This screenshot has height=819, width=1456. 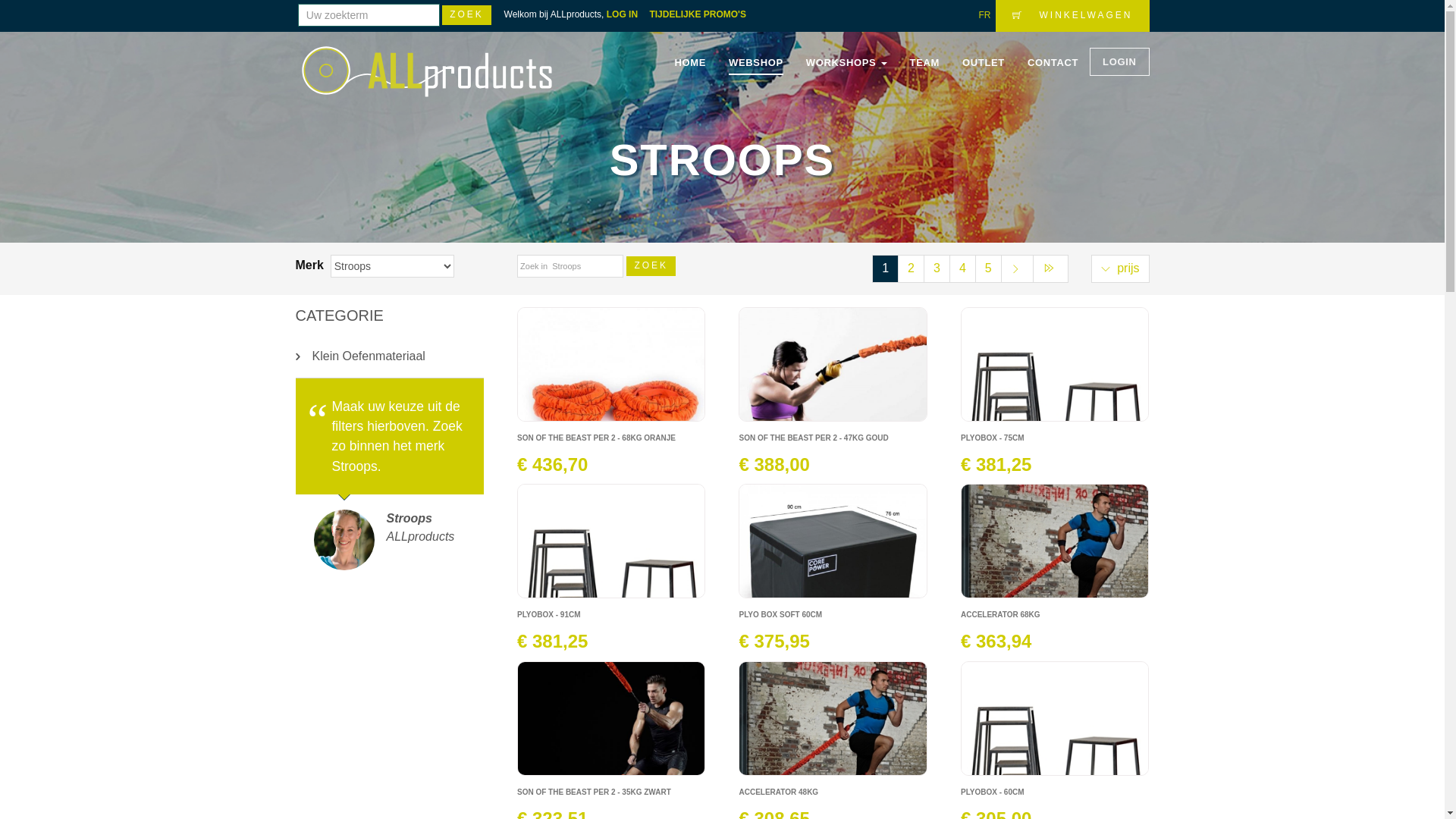 What do you see at coordinates (962, 268) in the screenshot?
I see `'4'` at bounding box center [962, 268].